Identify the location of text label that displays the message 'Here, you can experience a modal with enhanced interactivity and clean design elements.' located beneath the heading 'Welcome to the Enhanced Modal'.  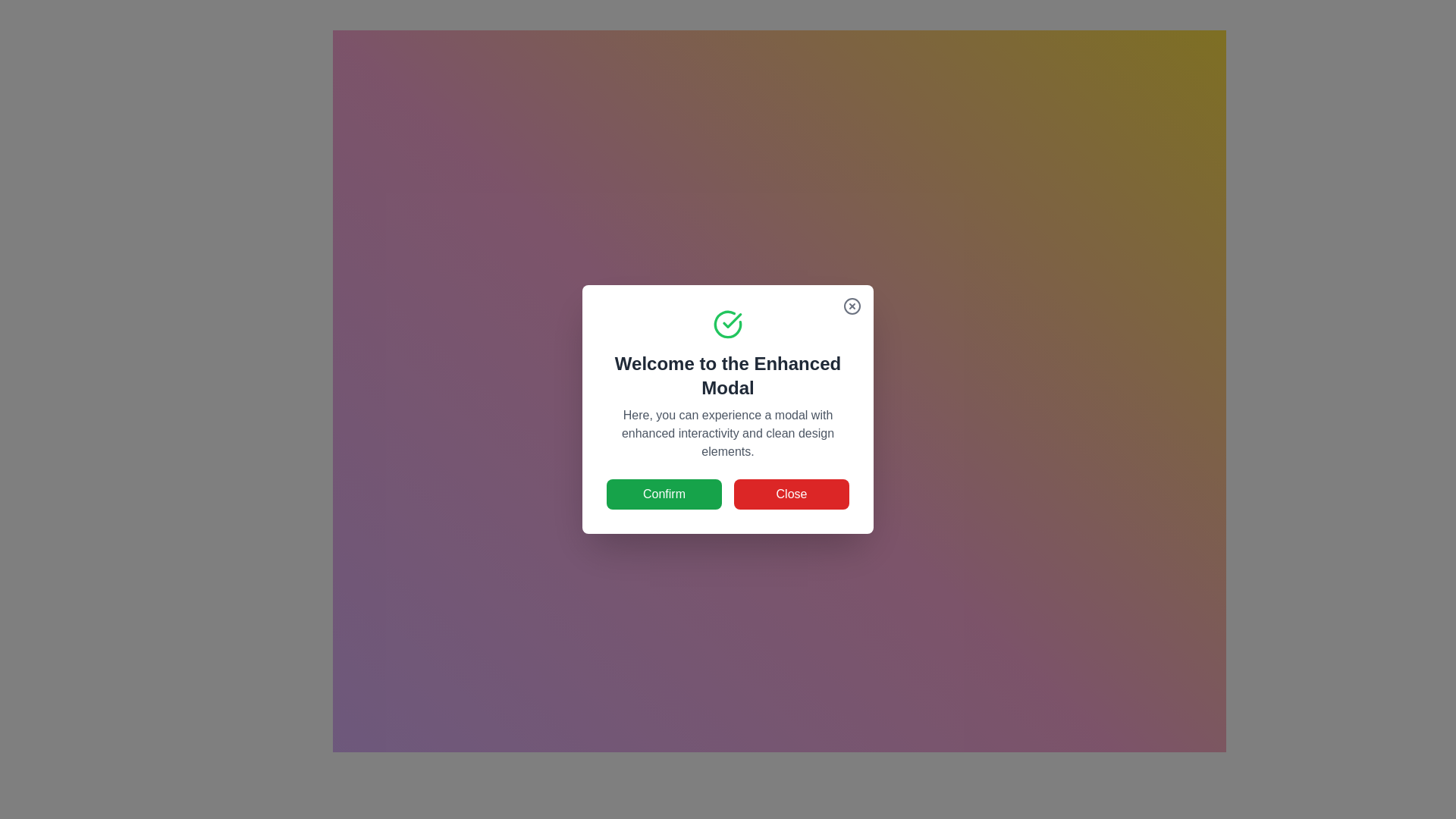
(728, 433).